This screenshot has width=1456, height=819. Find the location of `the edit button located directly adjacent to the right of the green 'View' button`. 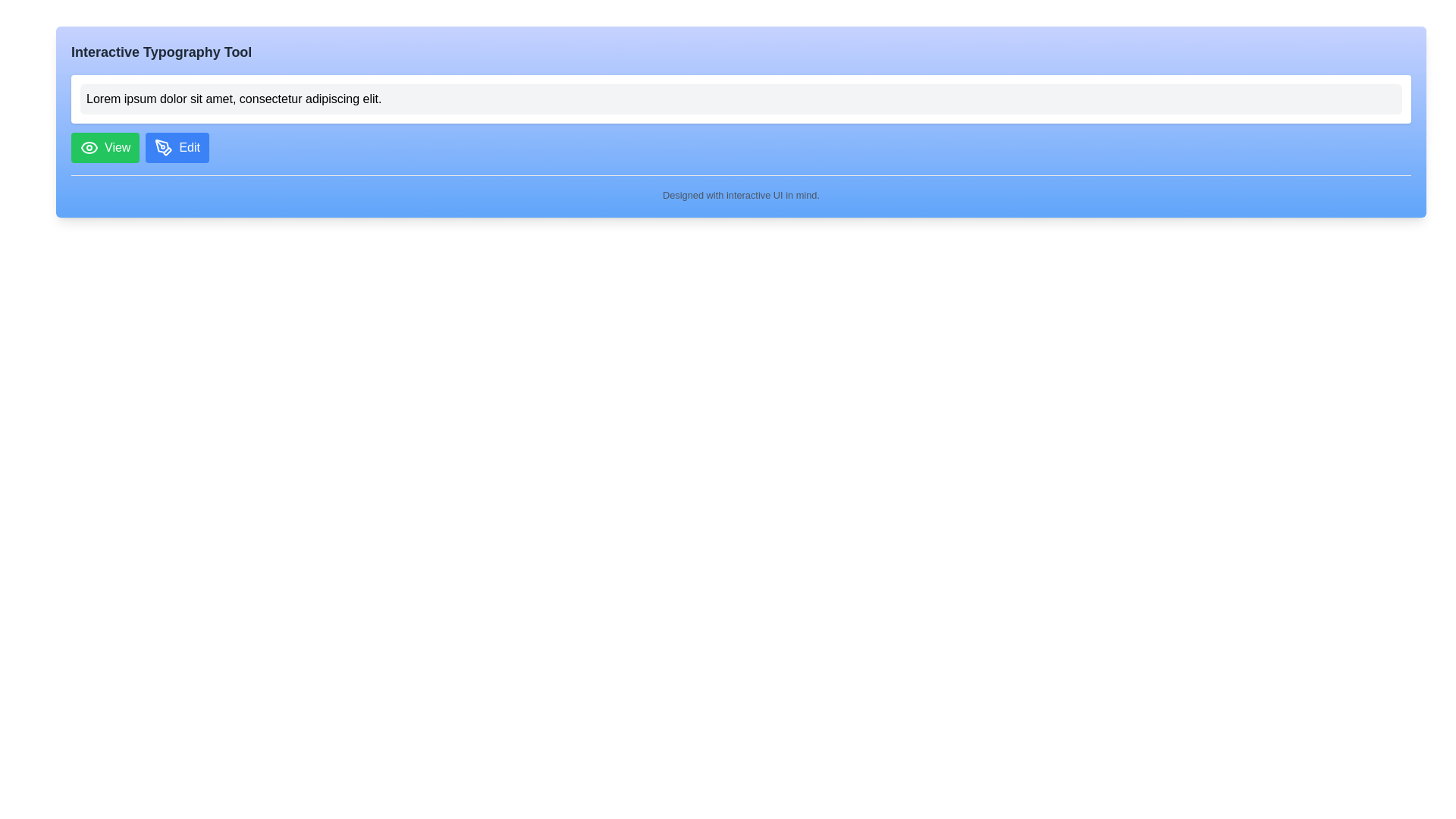

the edit button located directly adjacent to the right of the green 'View' button is located at coordinates (177, 148).